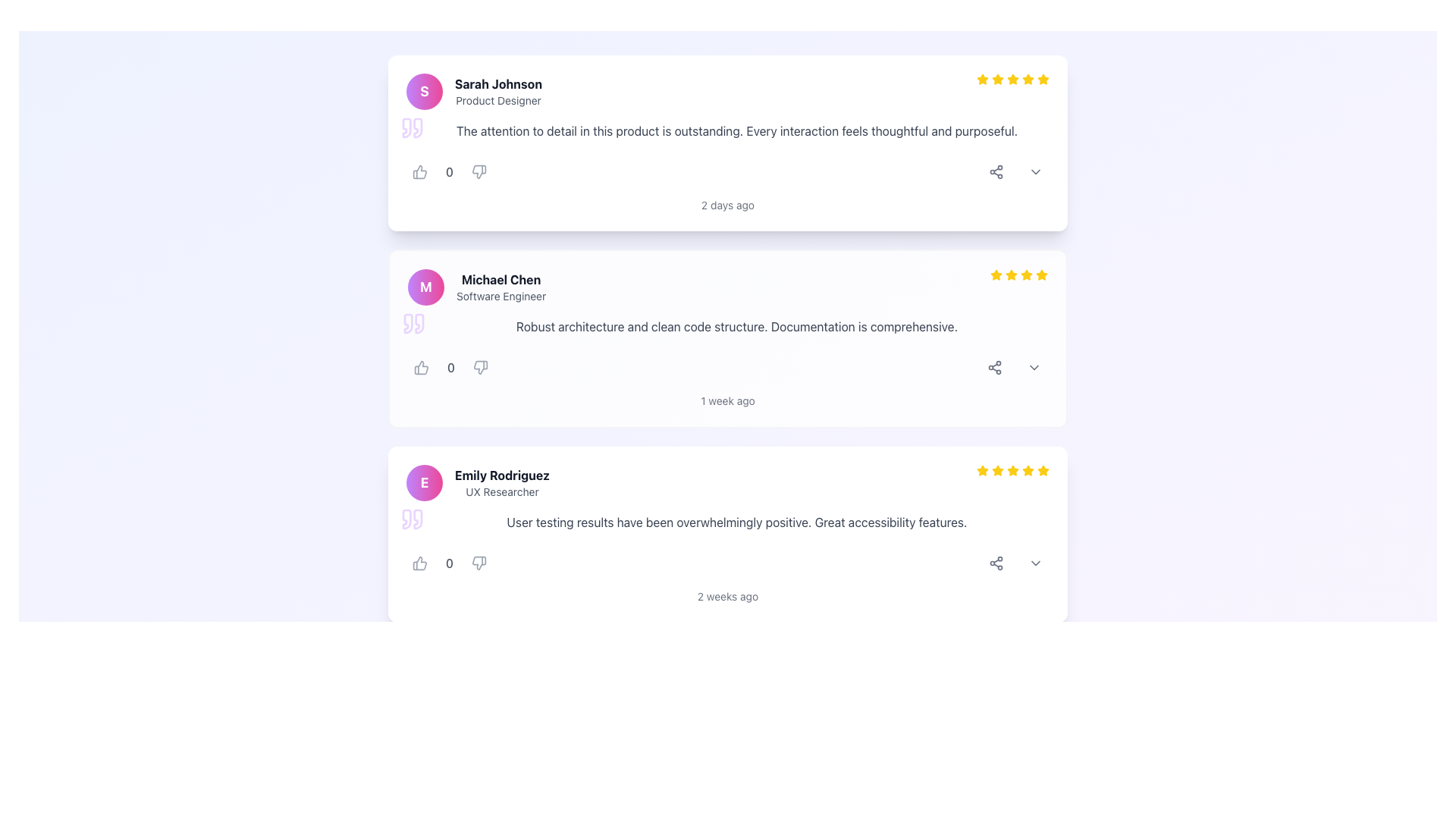  I want to click on the text label displaying 'Sarah Johnson' which is in bold black text and is positioned above the job title 'Product Designer', so click(498, 84).